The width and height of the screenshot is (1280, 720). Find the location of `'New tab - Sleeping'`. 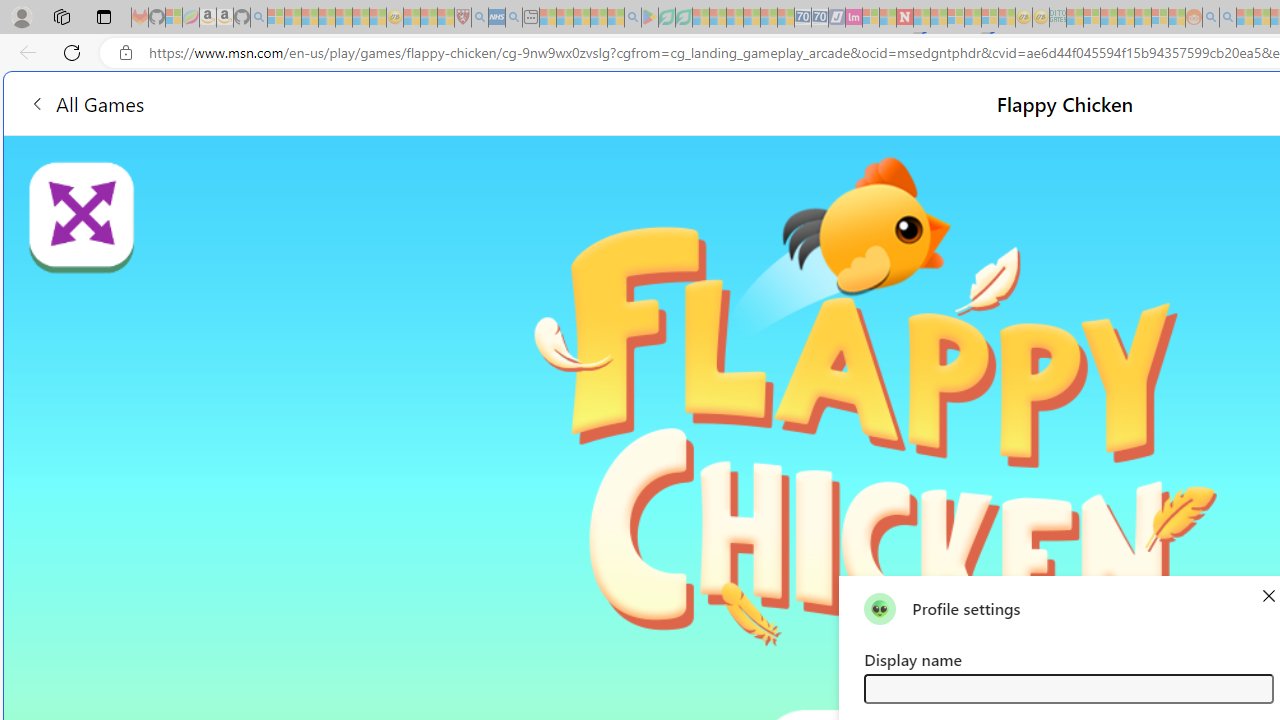

'New tab - Sleeping' is located at coordinates (531, 17).